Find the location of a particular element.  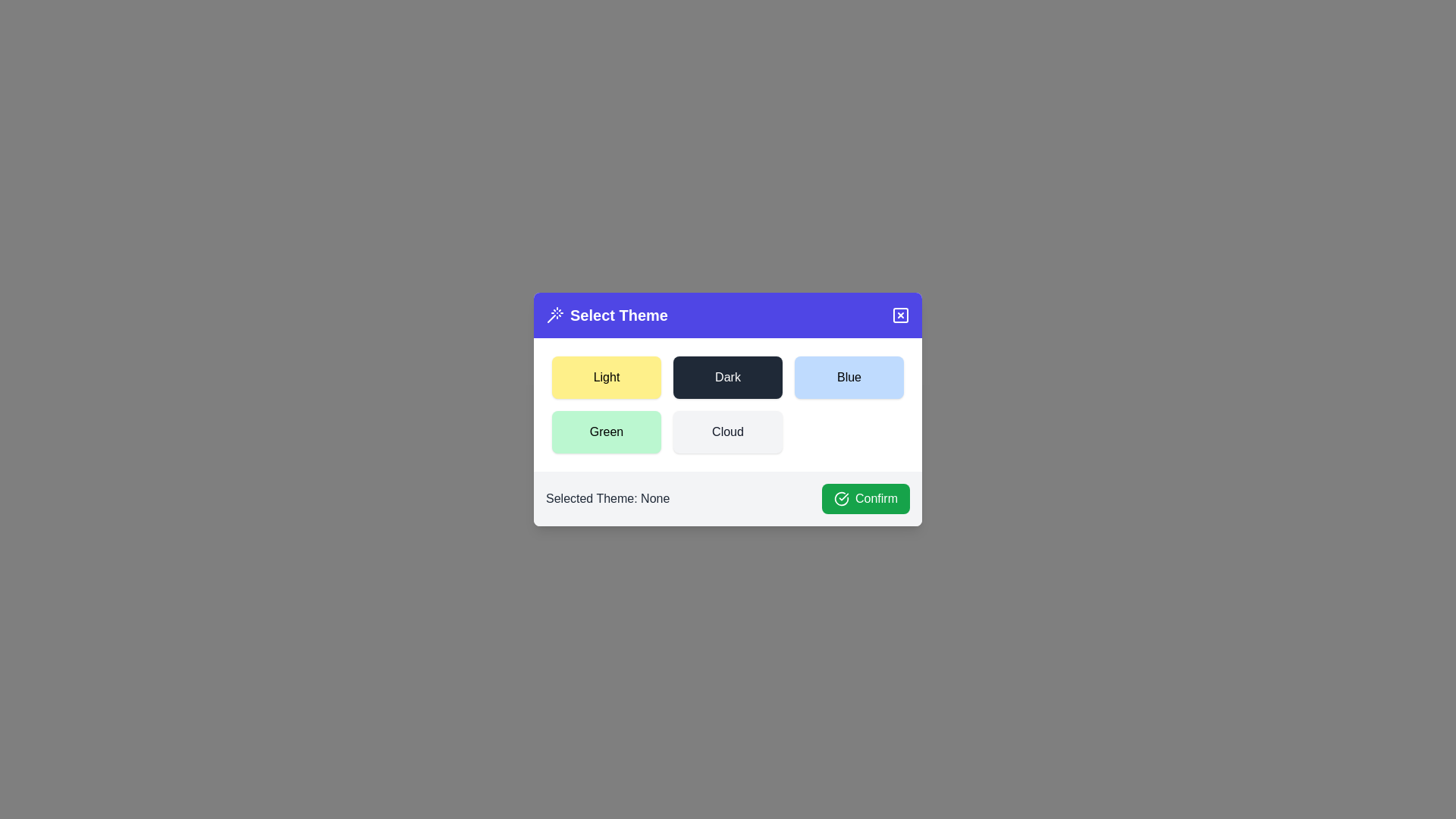

the theme Cloud from the available options is located at coordinates (728, 432).